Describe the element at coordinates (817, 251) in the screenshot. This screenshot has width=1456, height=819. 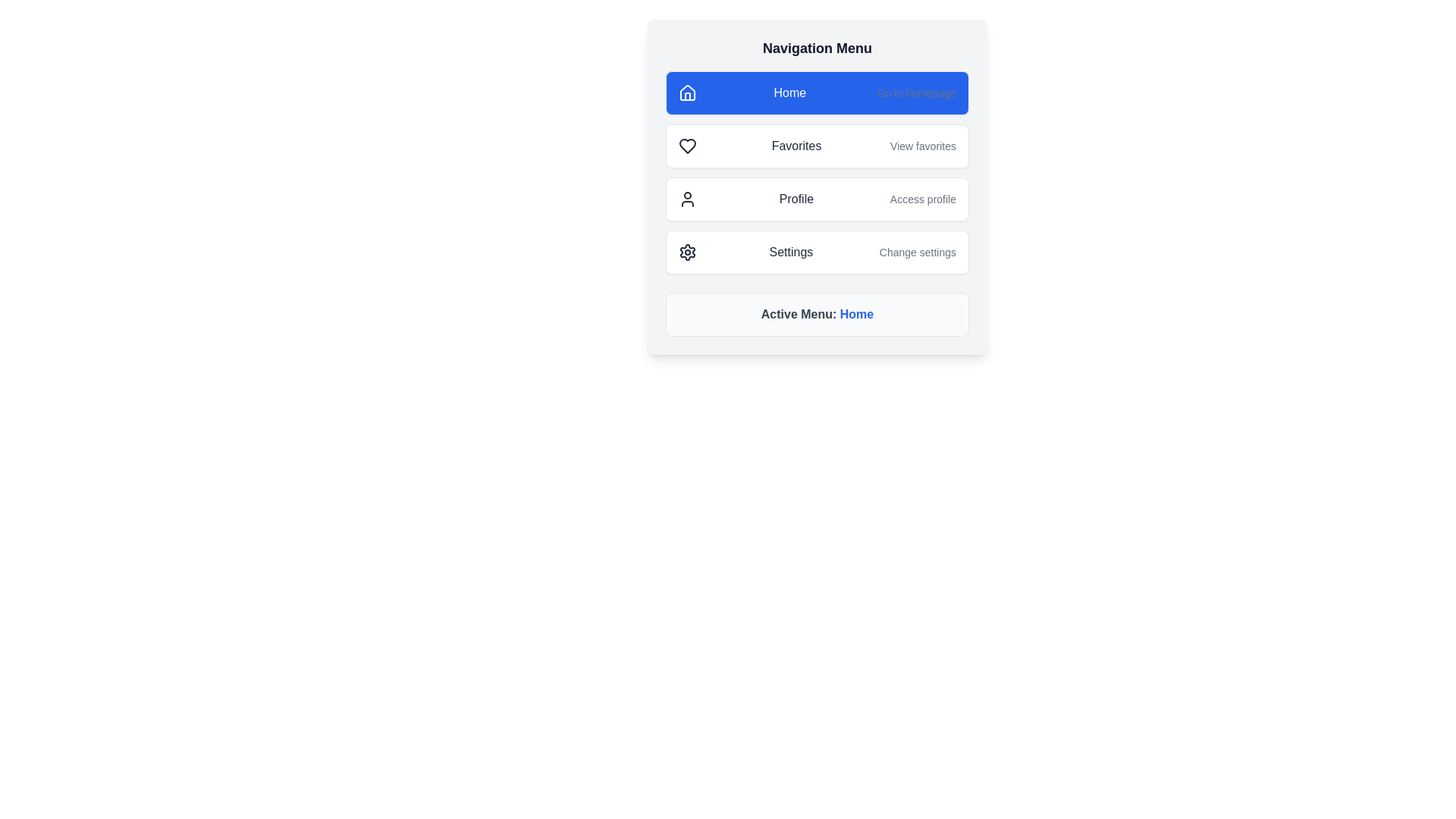
I see `the settings button located in the fourth position of the navigation menu` at that location.